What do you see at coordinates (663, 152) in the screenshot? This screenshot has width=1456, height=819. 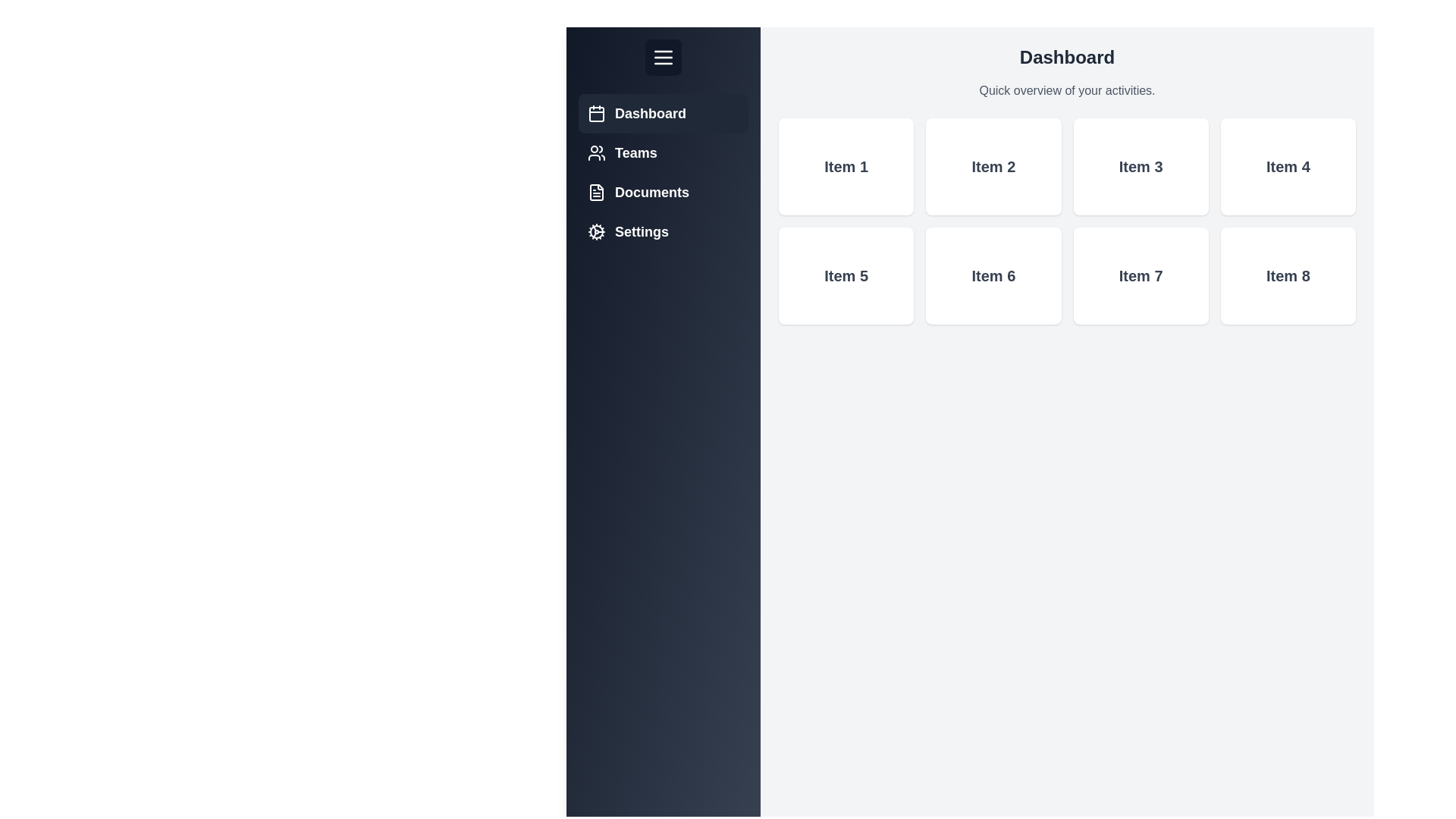 I see `the menu item Teams to reveal its additional information or effects` at bounding box center [663, 152].